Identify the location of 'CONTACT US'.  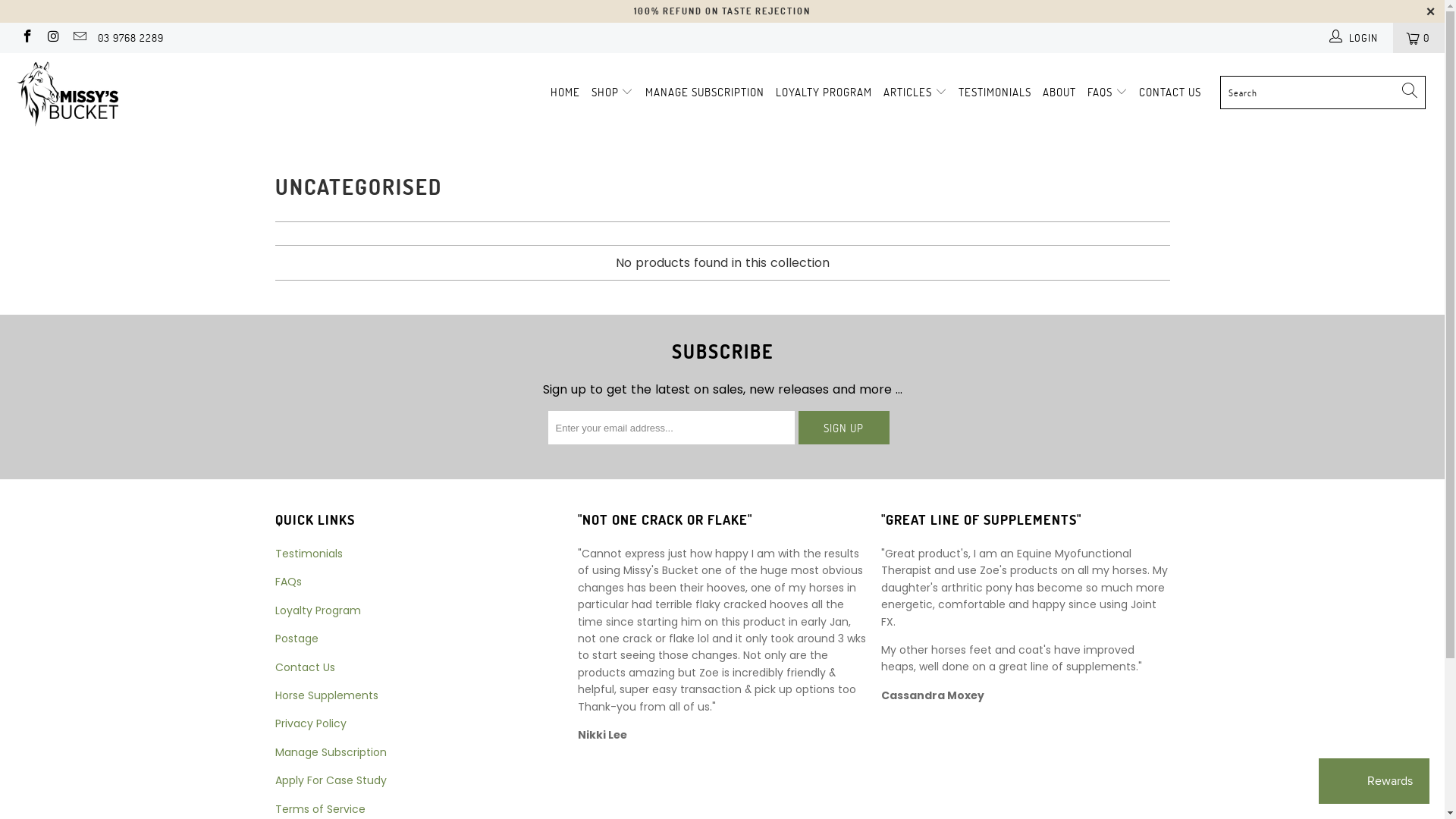
(1169, 93).